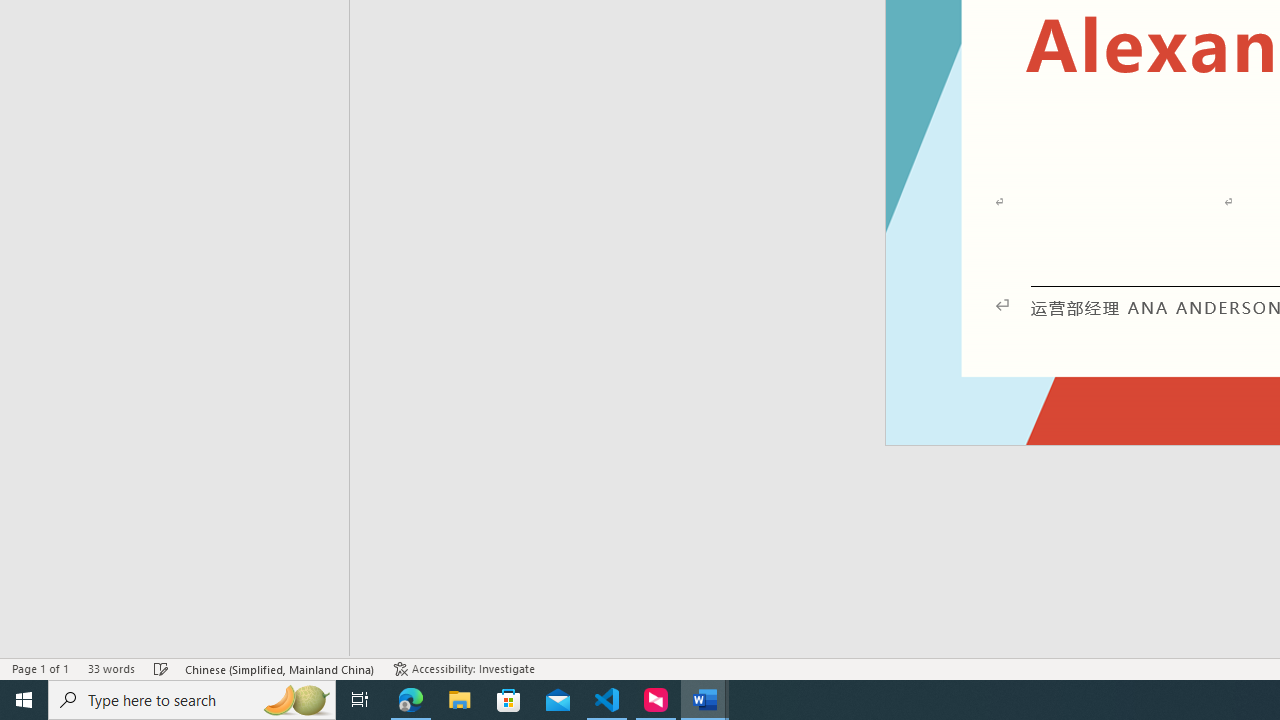  I want to click on 'Word - 2 running windows', so click(705, 698).